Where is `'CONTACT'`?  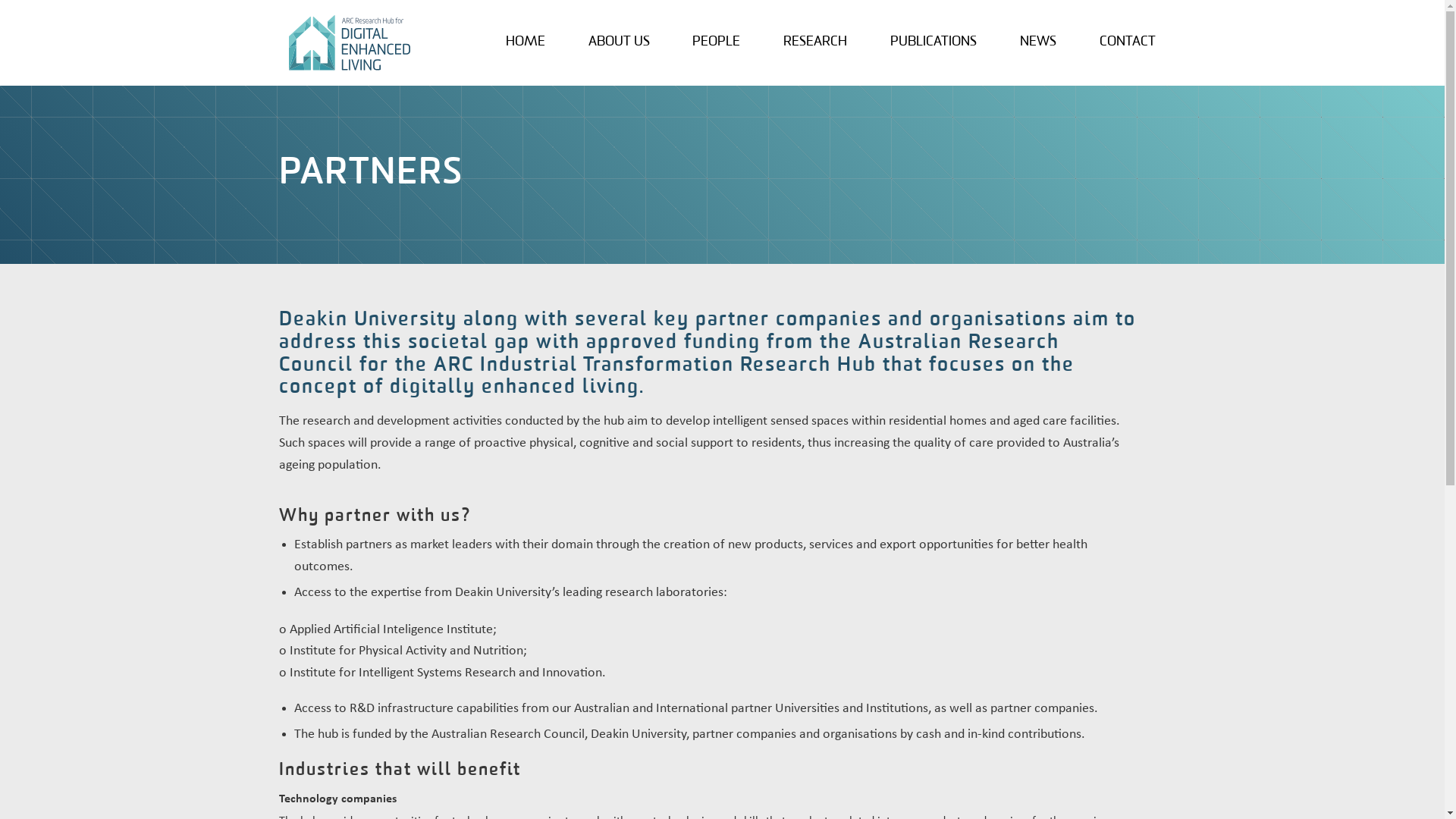
'CONTACT' is located at coordinates (1128, 42).